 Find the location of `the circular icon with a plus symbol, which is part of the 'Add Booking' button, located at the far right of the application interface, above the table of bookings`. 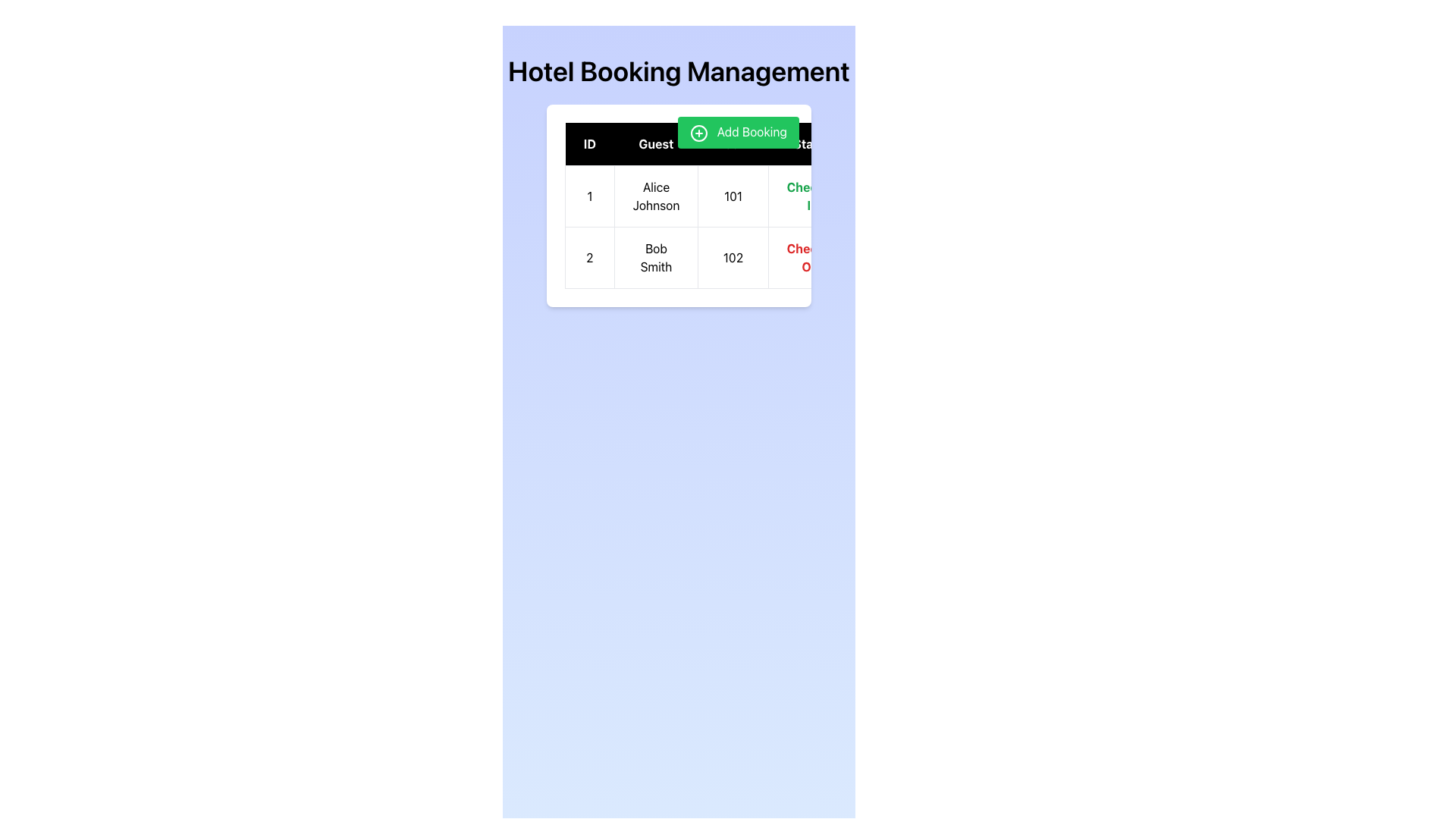

the circular icon with a plus symbol, which is part of the 'Add Booking' button, located at the far right of the application interface, above the table of bookings is located at coordinates (698, 132).